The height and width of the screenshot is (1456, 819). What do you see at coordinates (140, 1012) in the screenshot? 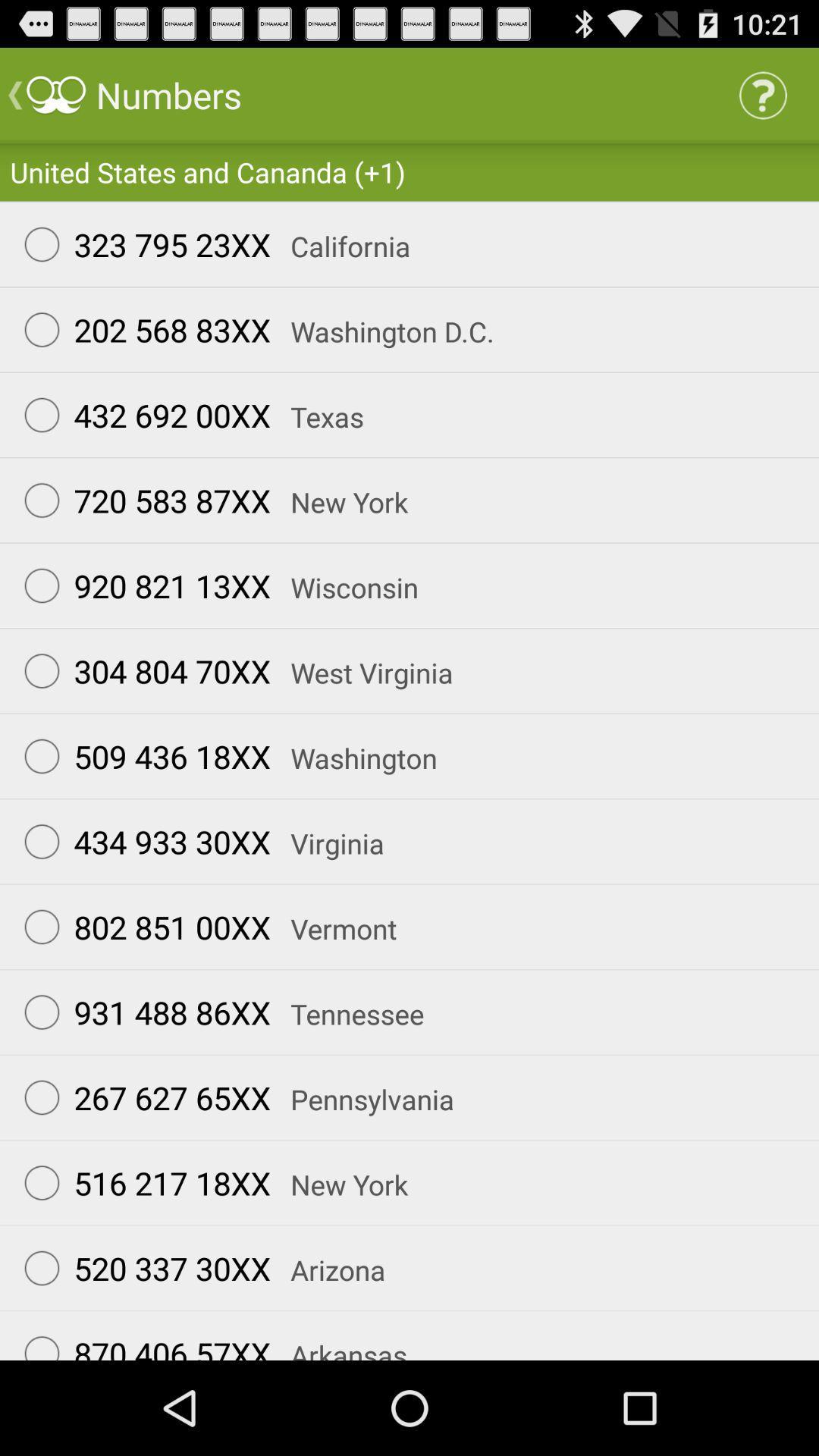
I see `the icon below the 802 851 00xx icon` at bounding box center [140, 1012].